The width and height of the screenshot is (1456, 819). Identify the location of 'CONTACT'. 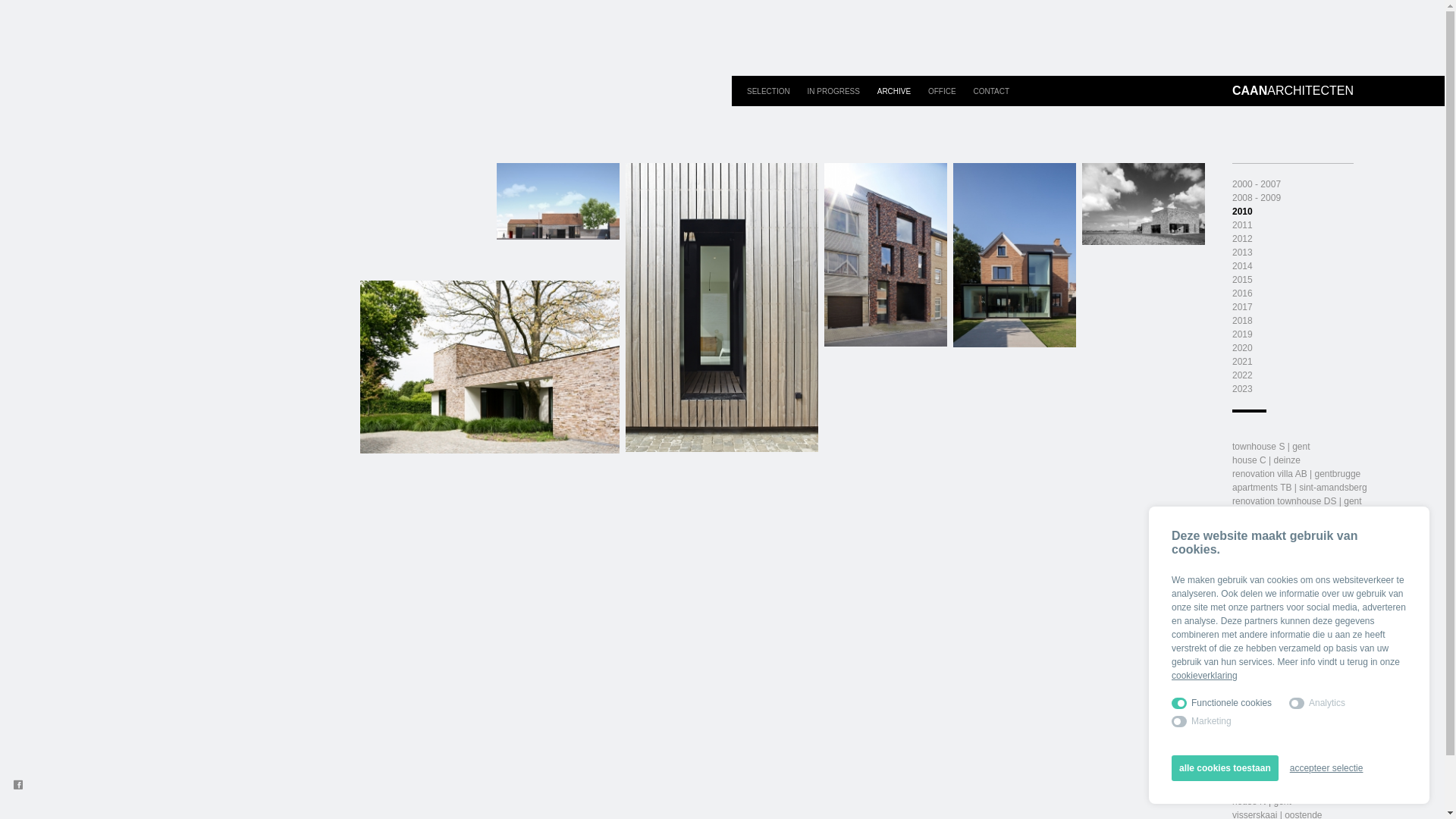
(990, 91).